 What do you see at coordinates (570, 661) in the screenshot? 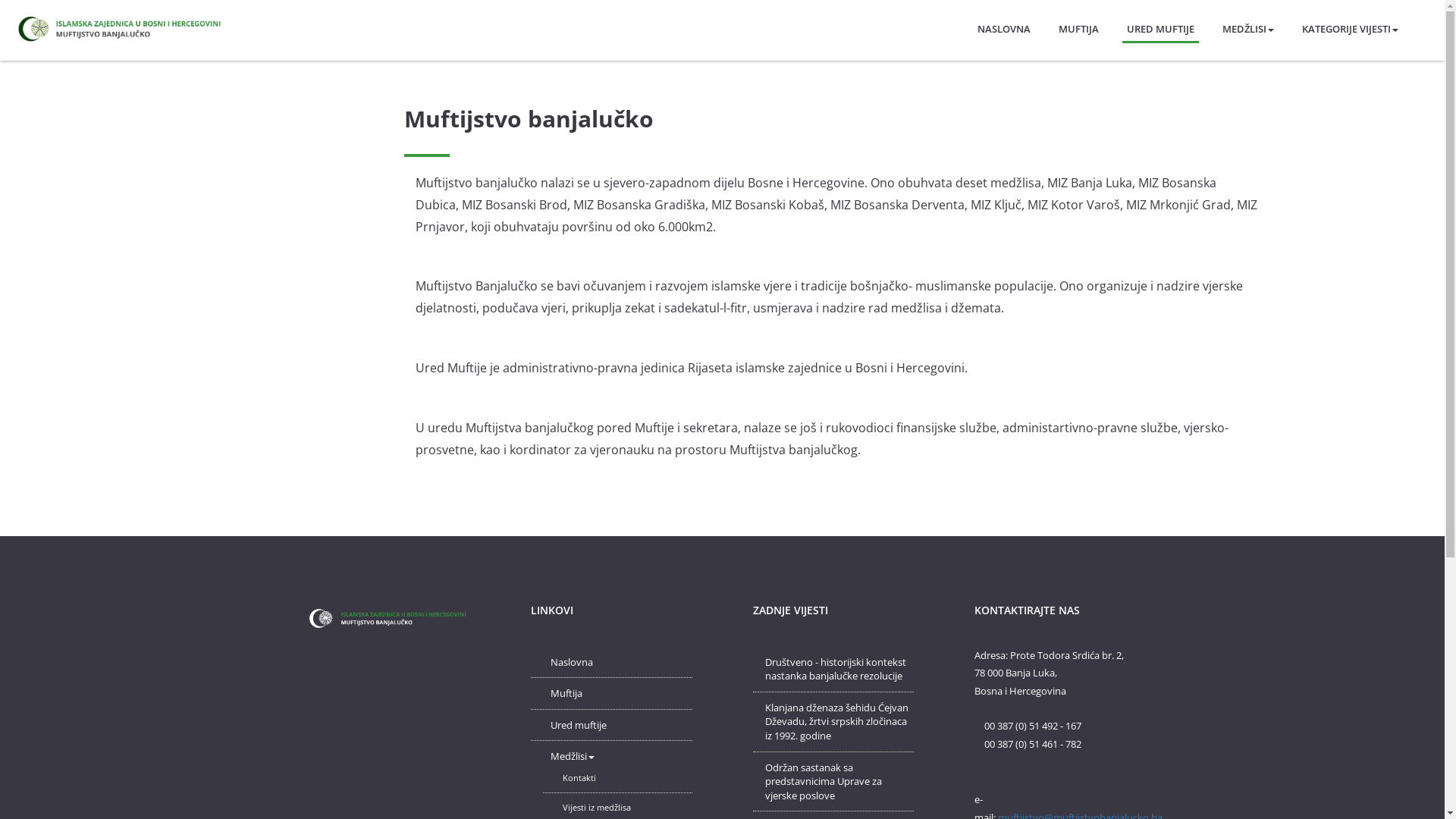
I see `'Naslovna'` at bounding box center [570, 661].